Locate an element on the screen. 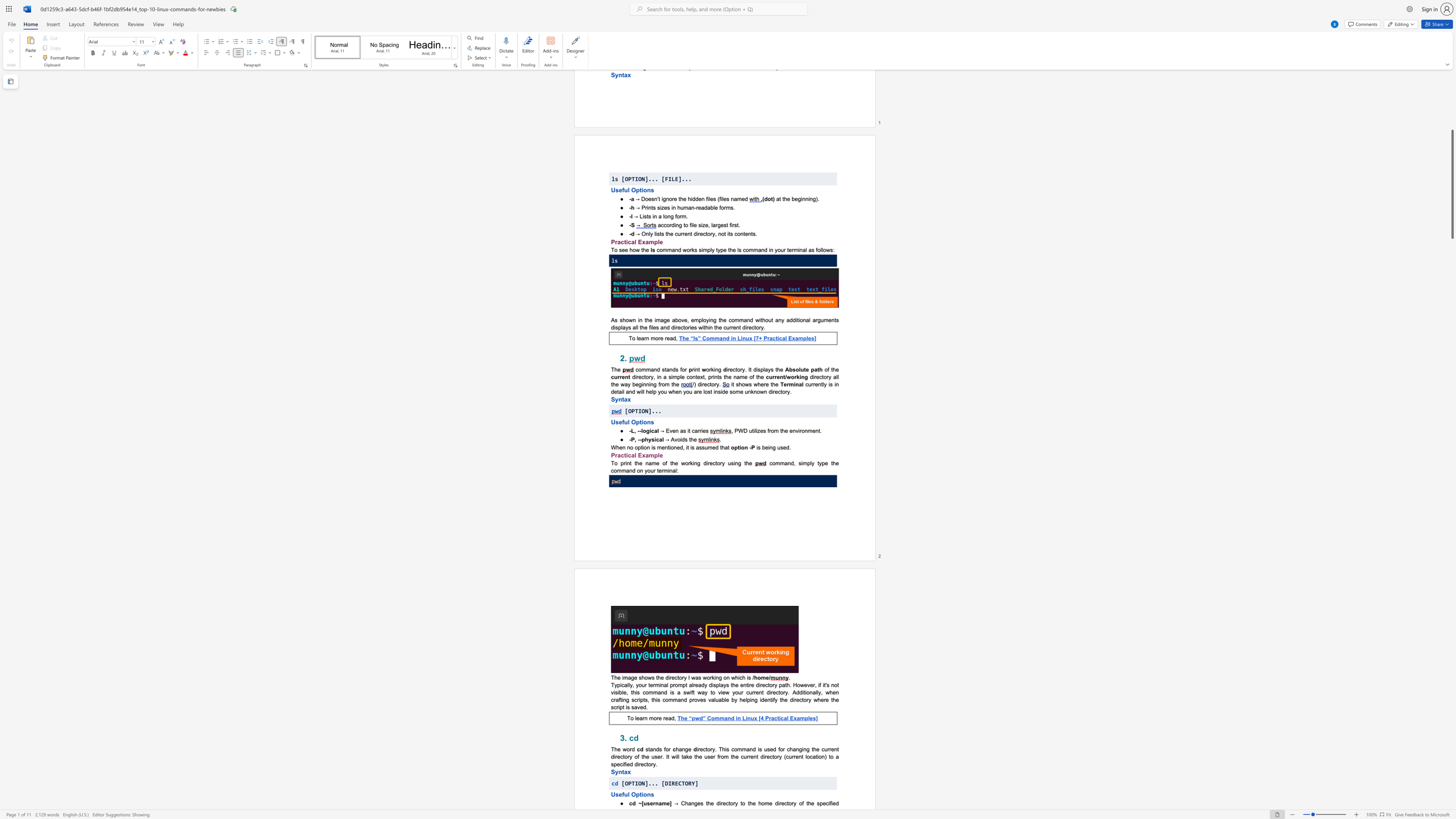 This screenshot has width=1456, height=819. the subset text "working on" within the text "The image shows the directory I was working on which is" is located at coordinates (702, 677).